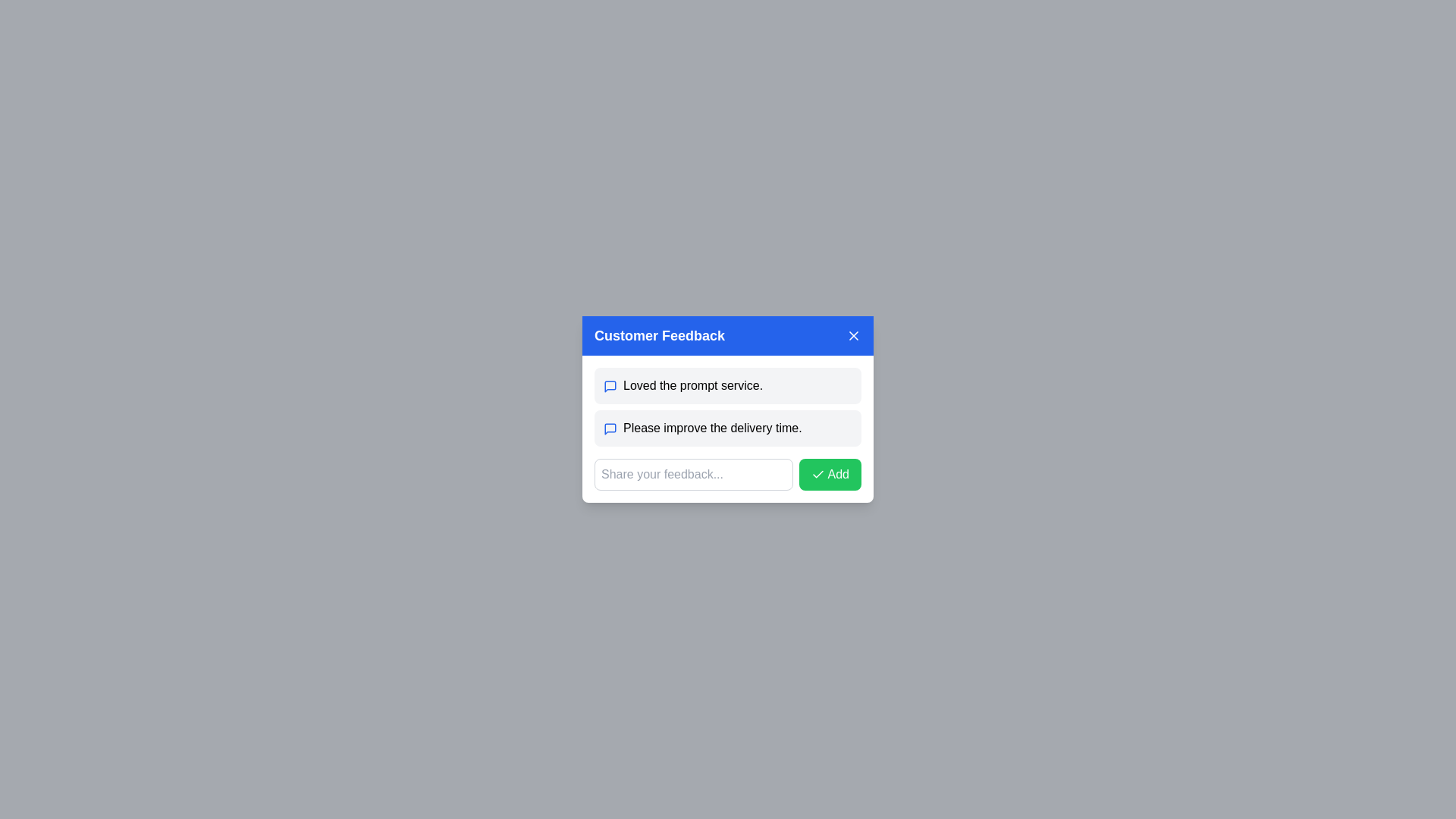 The width and height of the screenshot is (1456, 819). I want to click on the comment bubble icon, which is a minimalist blue speech bubble located to the left of the text starting with 'Please improve the delivery time.', so click(610, 429).